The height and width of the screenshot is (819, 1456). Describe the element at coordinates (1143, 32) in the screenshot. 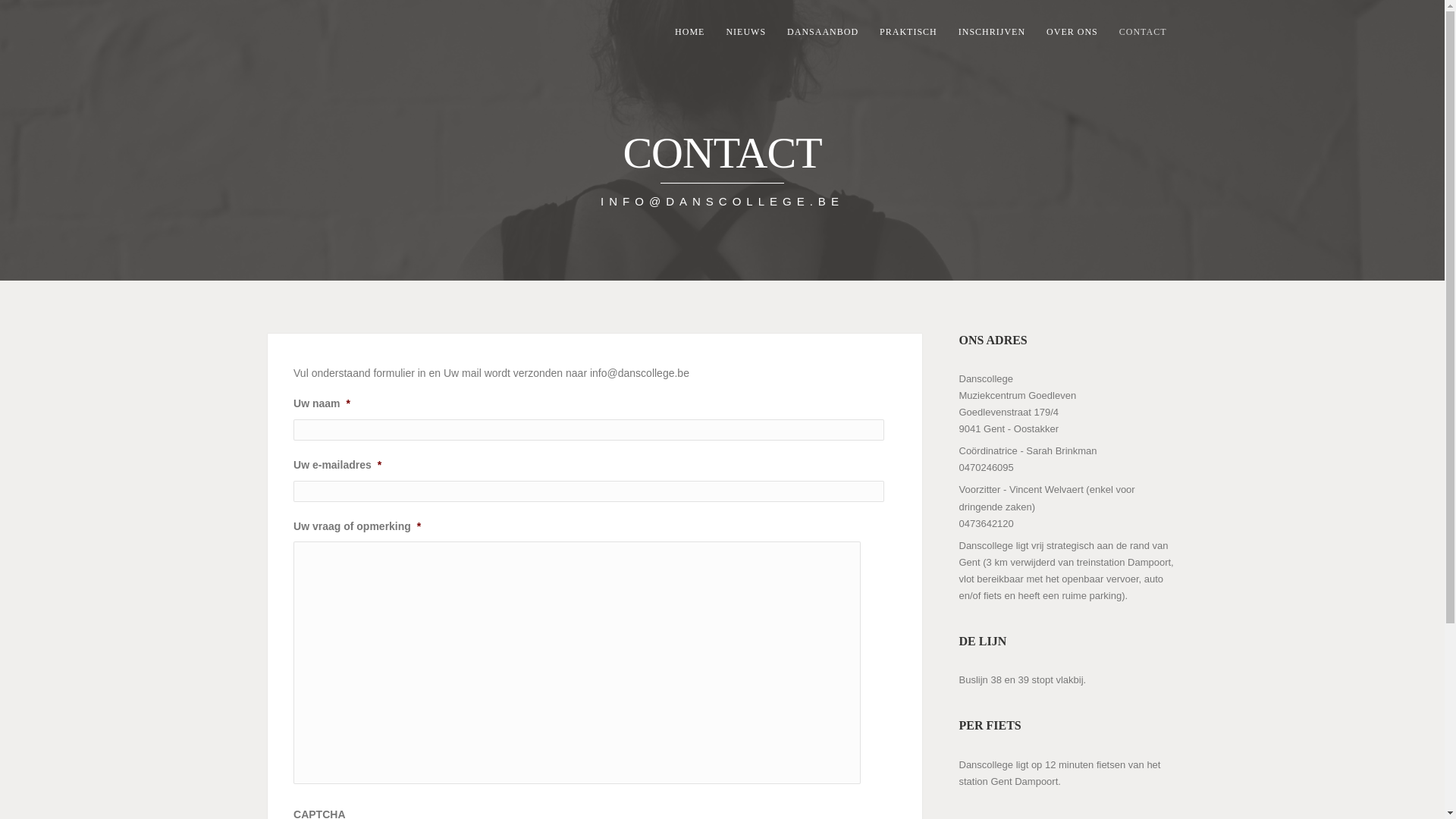

I see `'CONTACT'` at that location.